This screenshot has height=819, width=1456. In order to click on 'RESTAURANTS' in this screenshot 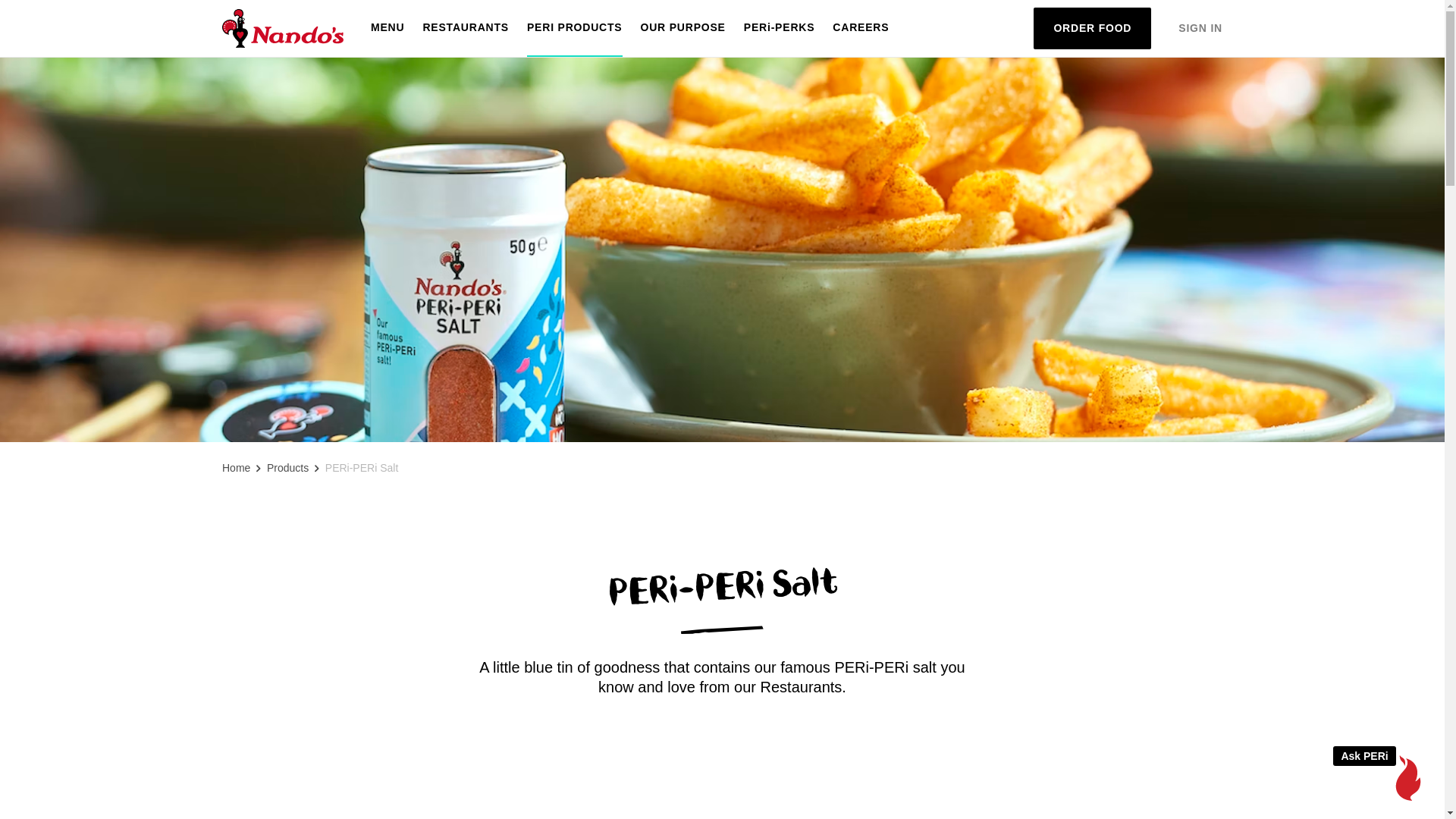, I will do `click(465, 28)`.